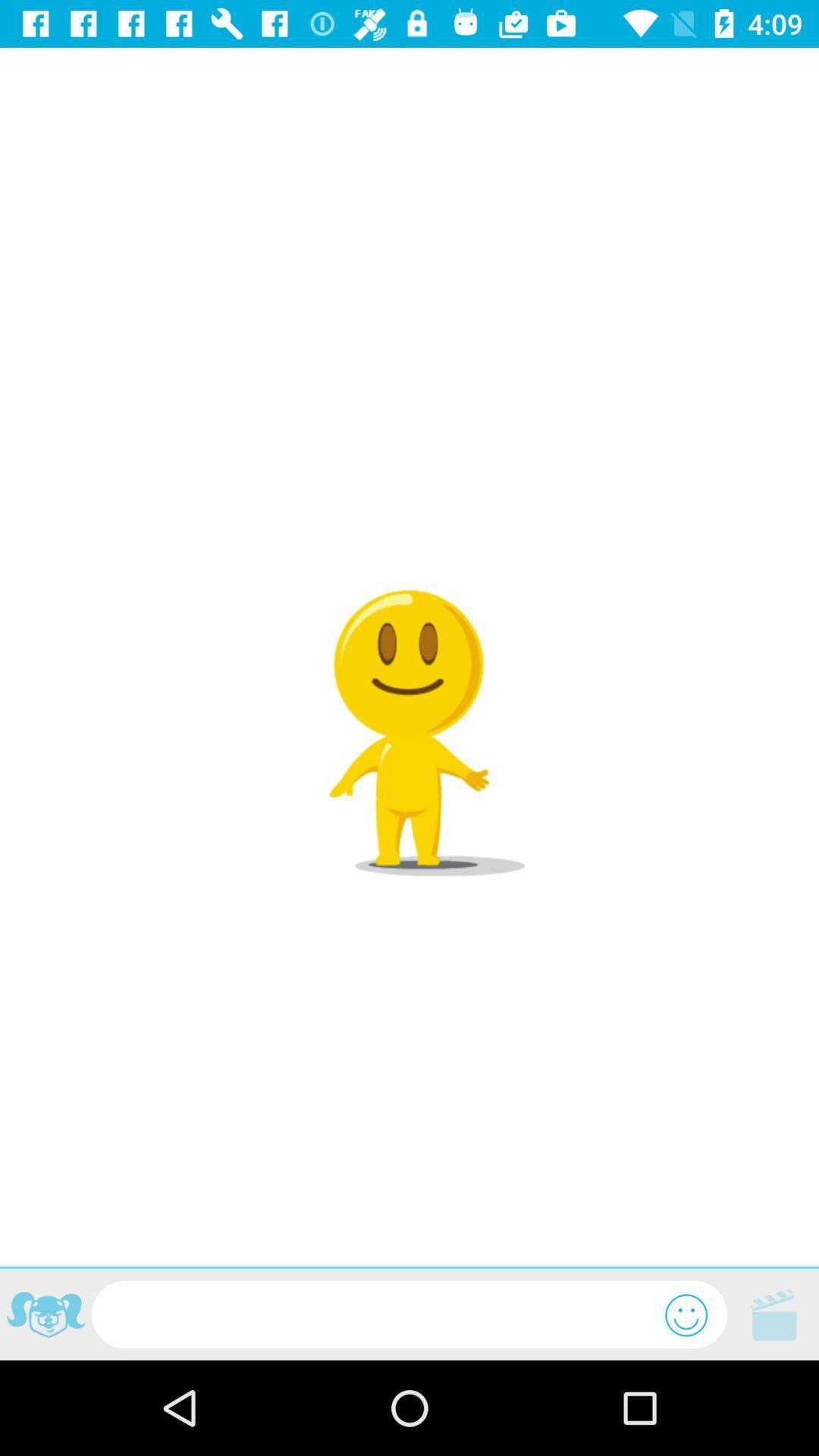 The width and height of the screenshot is (819, 1456). What do you see at coordinates (773, 1313) in the screenshot?
I see `edit clip` at bounding box center [773, 1313].